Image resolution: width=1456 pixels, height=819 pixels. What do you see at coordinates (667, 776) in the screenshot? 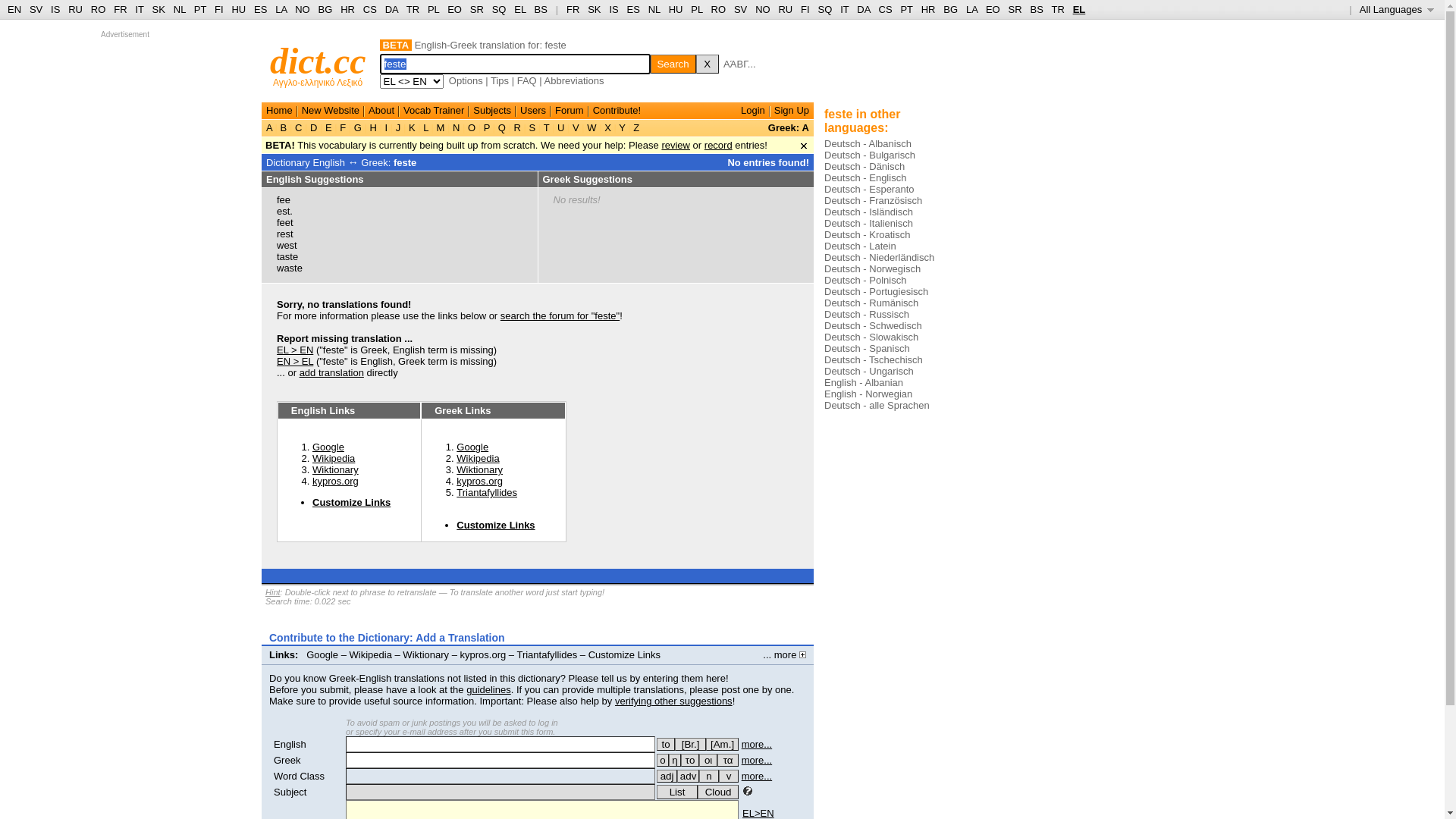
I see `'adj'` at bounding box center [667, 776].